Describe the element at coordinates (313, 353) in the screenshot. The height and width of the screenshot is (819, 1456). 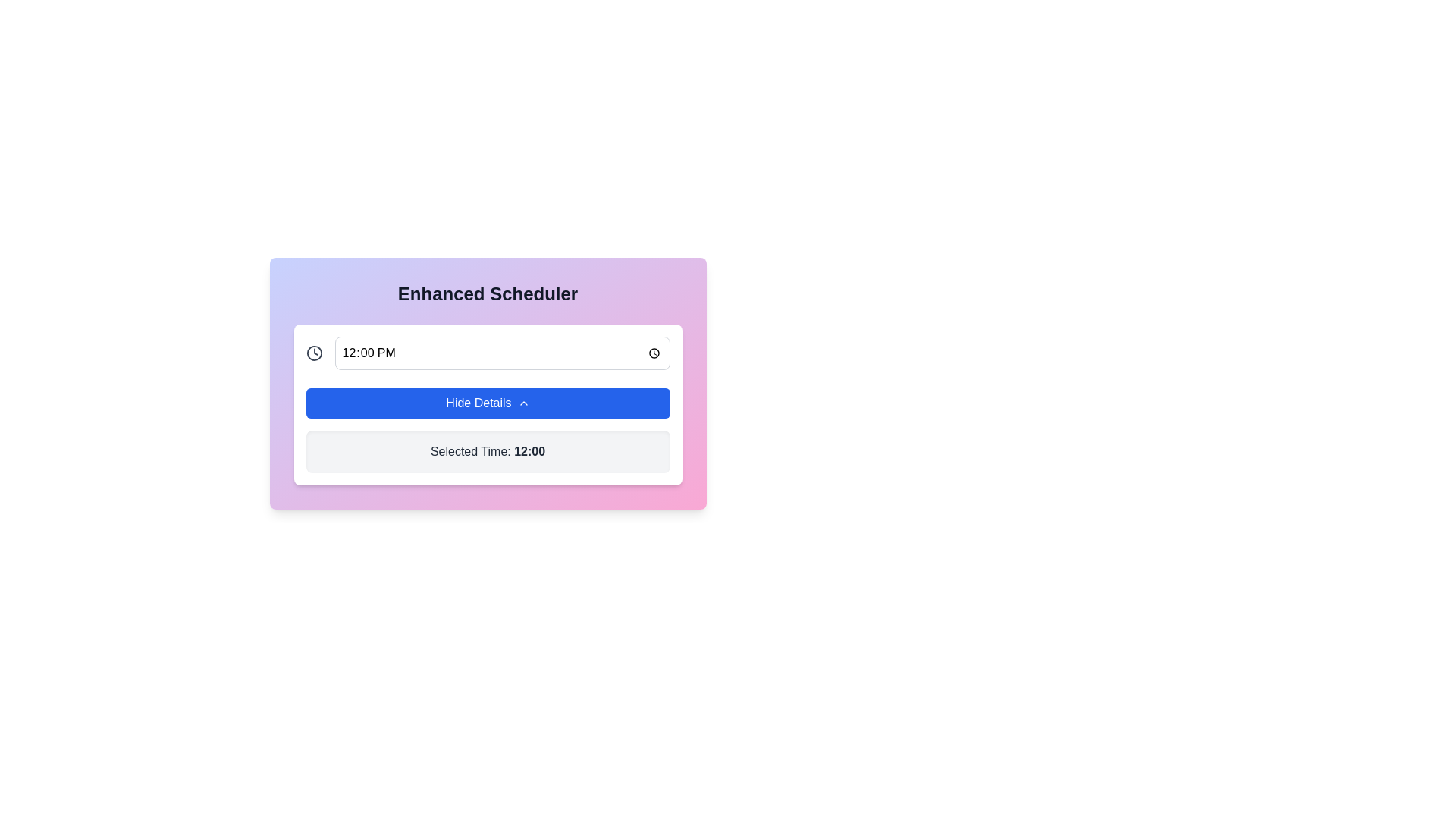
I see `the clock SVG icon, which serves as a visual indicator for the time input field, positioned at the leftmost side of the row` at that location.